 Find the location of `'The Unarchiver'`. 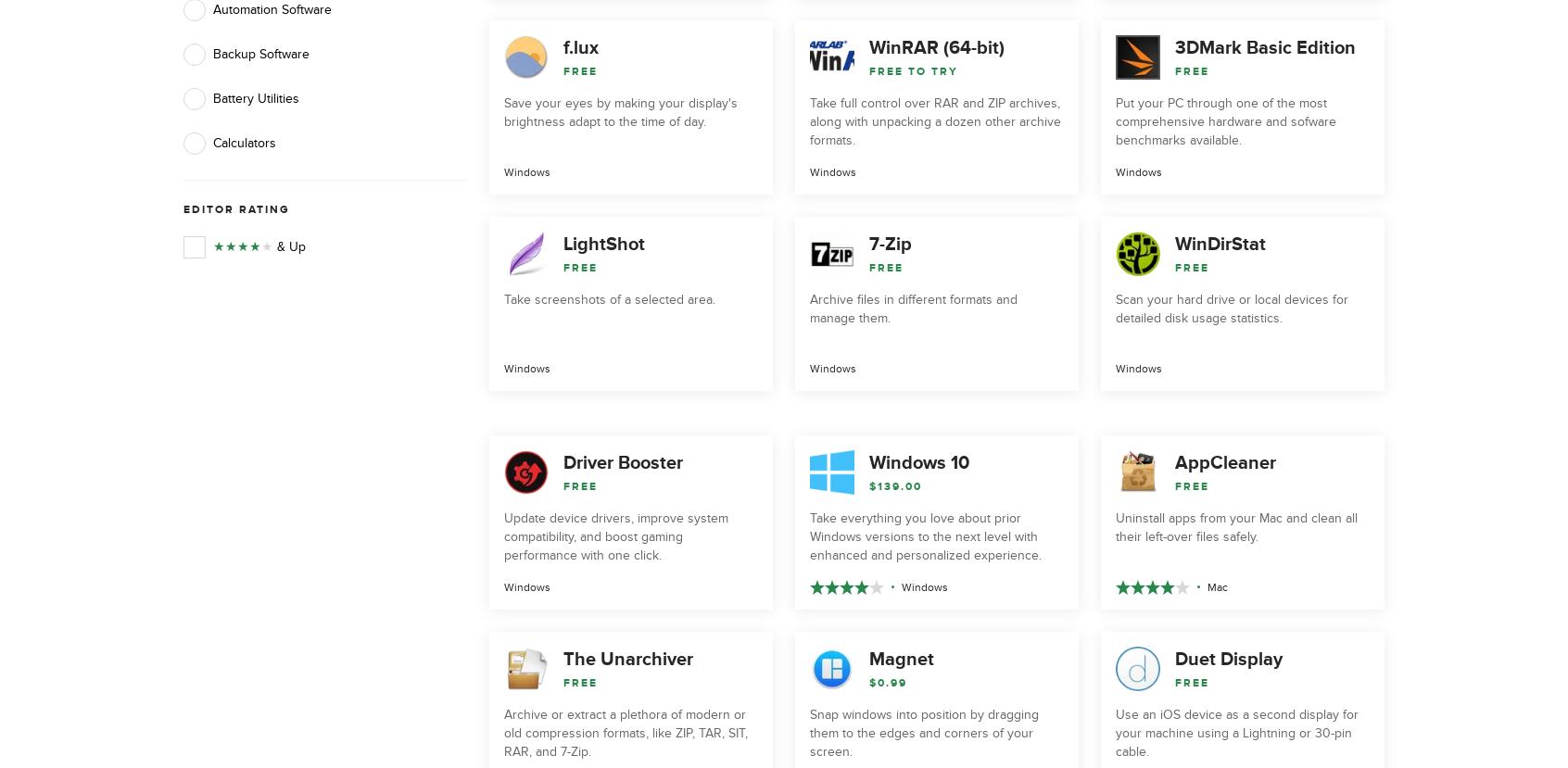

'The Unarchiver' is located at coordinates (562, 659).